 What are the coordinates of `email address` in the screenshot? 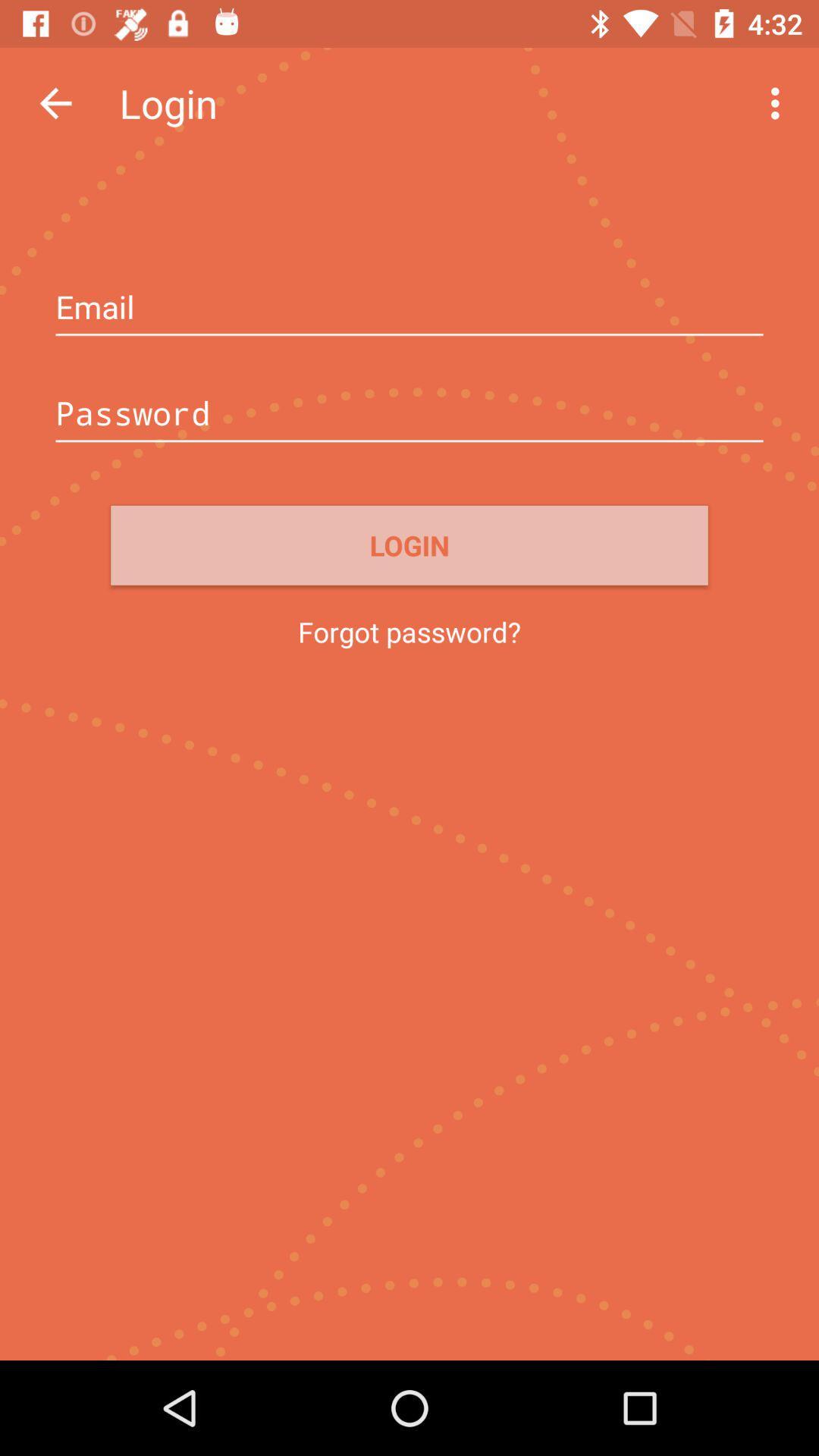 It's located at (409, 308).